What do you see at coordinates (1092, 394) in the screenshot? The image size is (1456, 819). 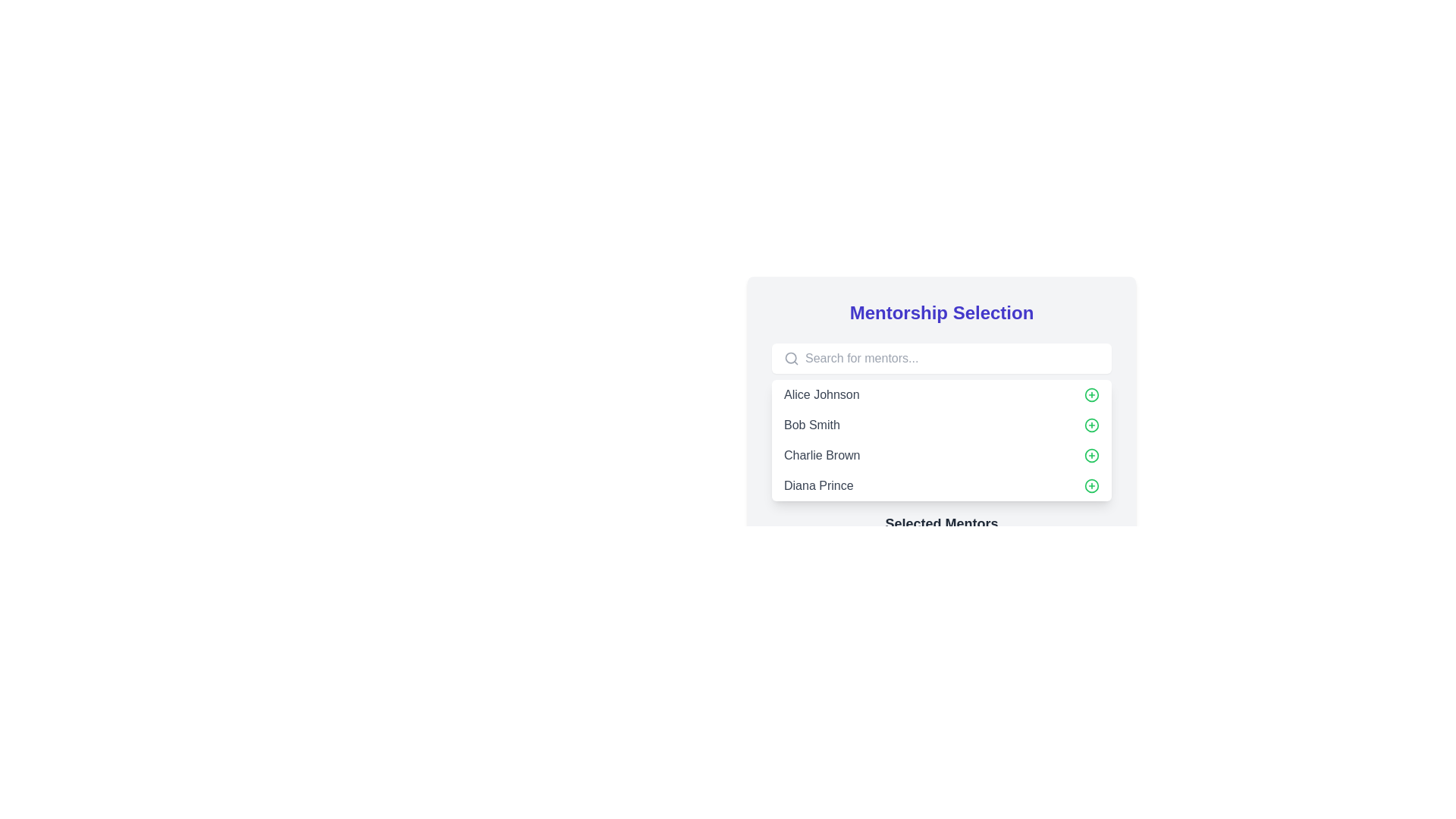 I see `the circular plus icon with a green border and plus sign` at bounding box center [1092, 394].